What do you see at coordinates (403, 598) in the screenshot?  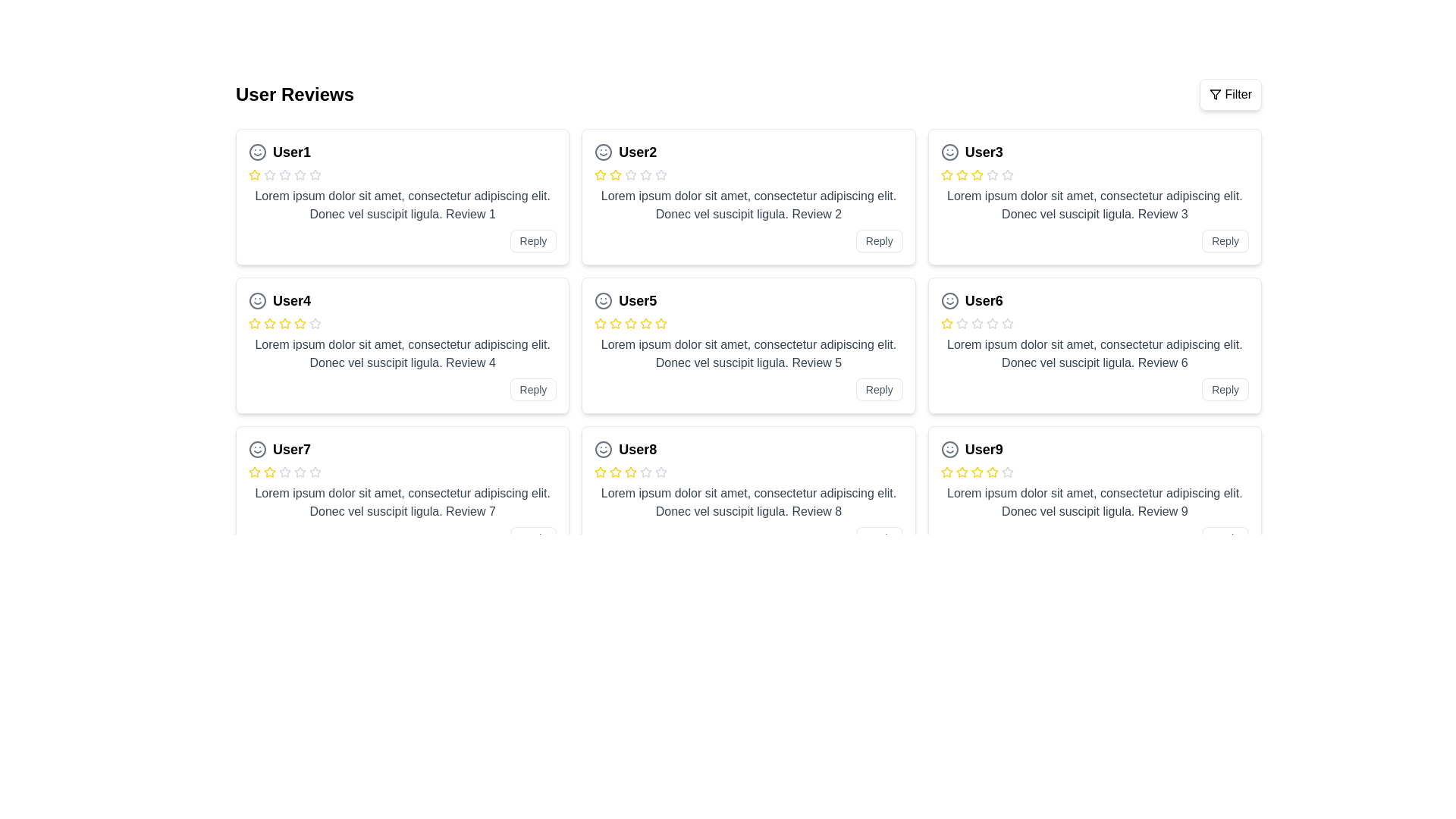 I see `the user identifier displayed in the Text label with associated icon located in the second row, third column of the user review card grid` at bounding box center [403, 598].